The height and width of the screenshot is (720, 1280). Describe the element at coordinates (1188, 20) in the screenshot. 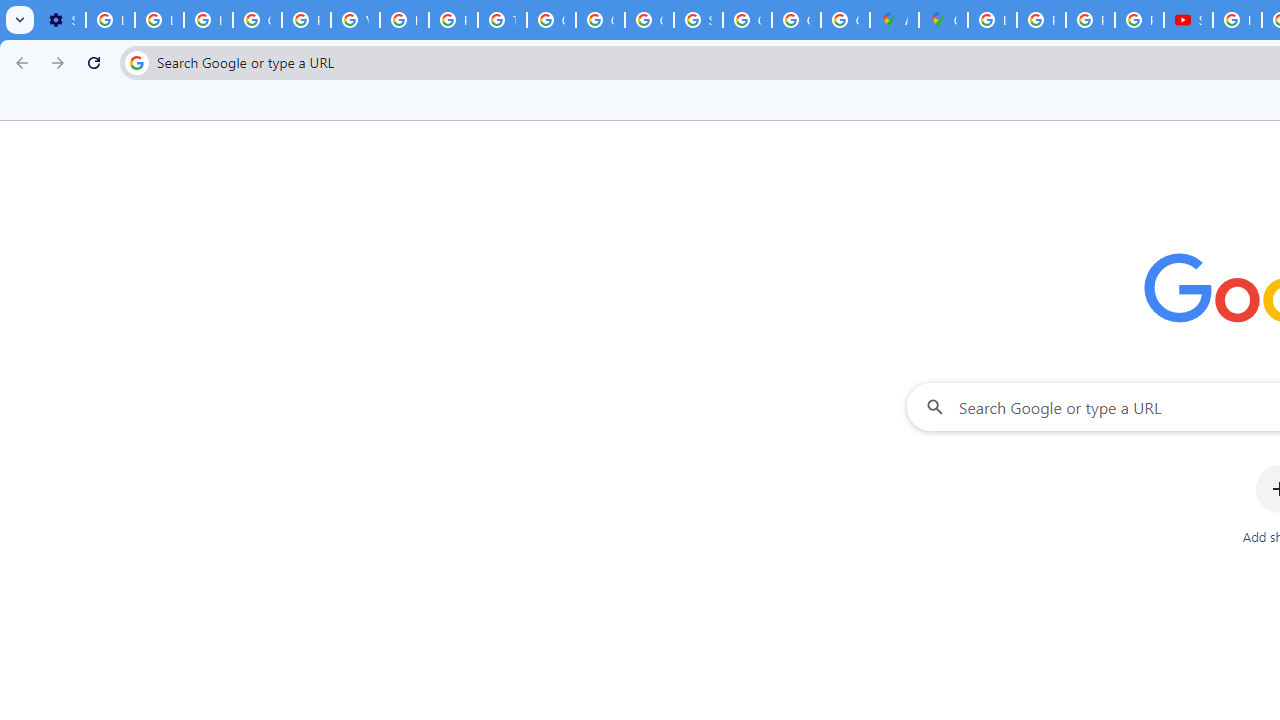

I see `'Subscriptions - YouTube'` at that location.